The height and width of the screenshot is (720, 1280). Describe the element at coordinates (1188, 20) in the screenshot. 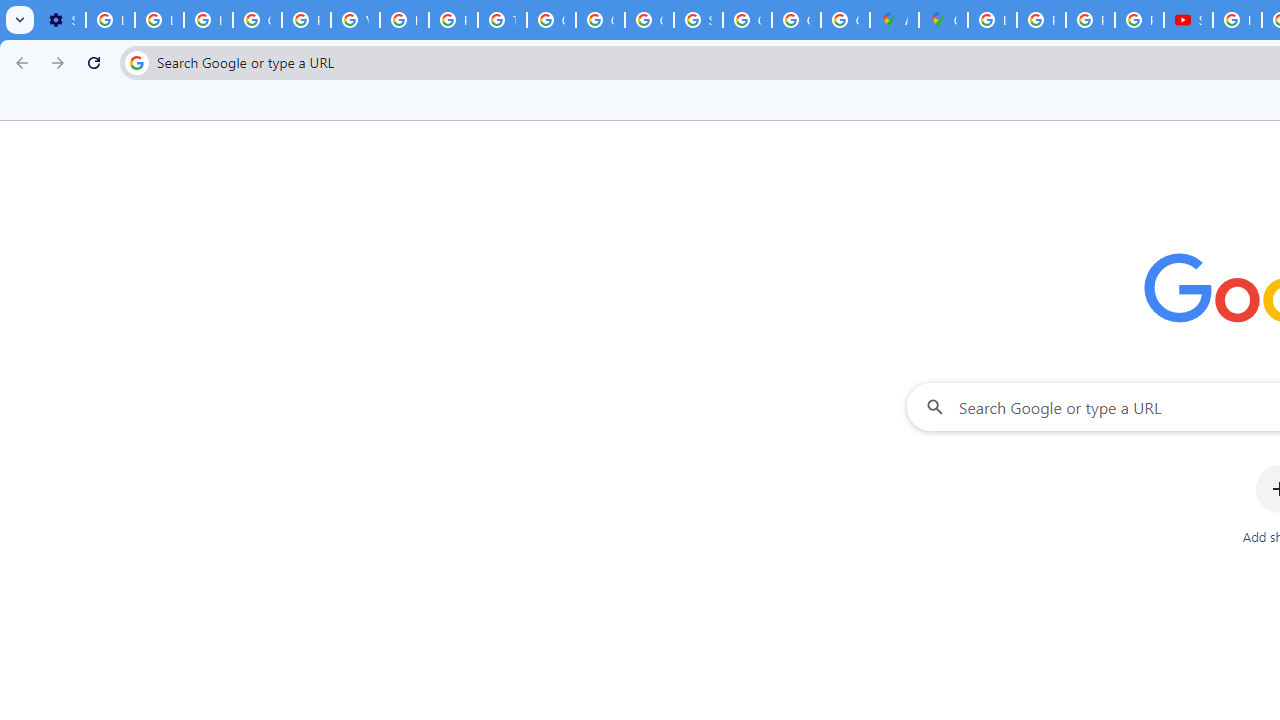

I see `'Subscriptions - YouTube'` at that location.